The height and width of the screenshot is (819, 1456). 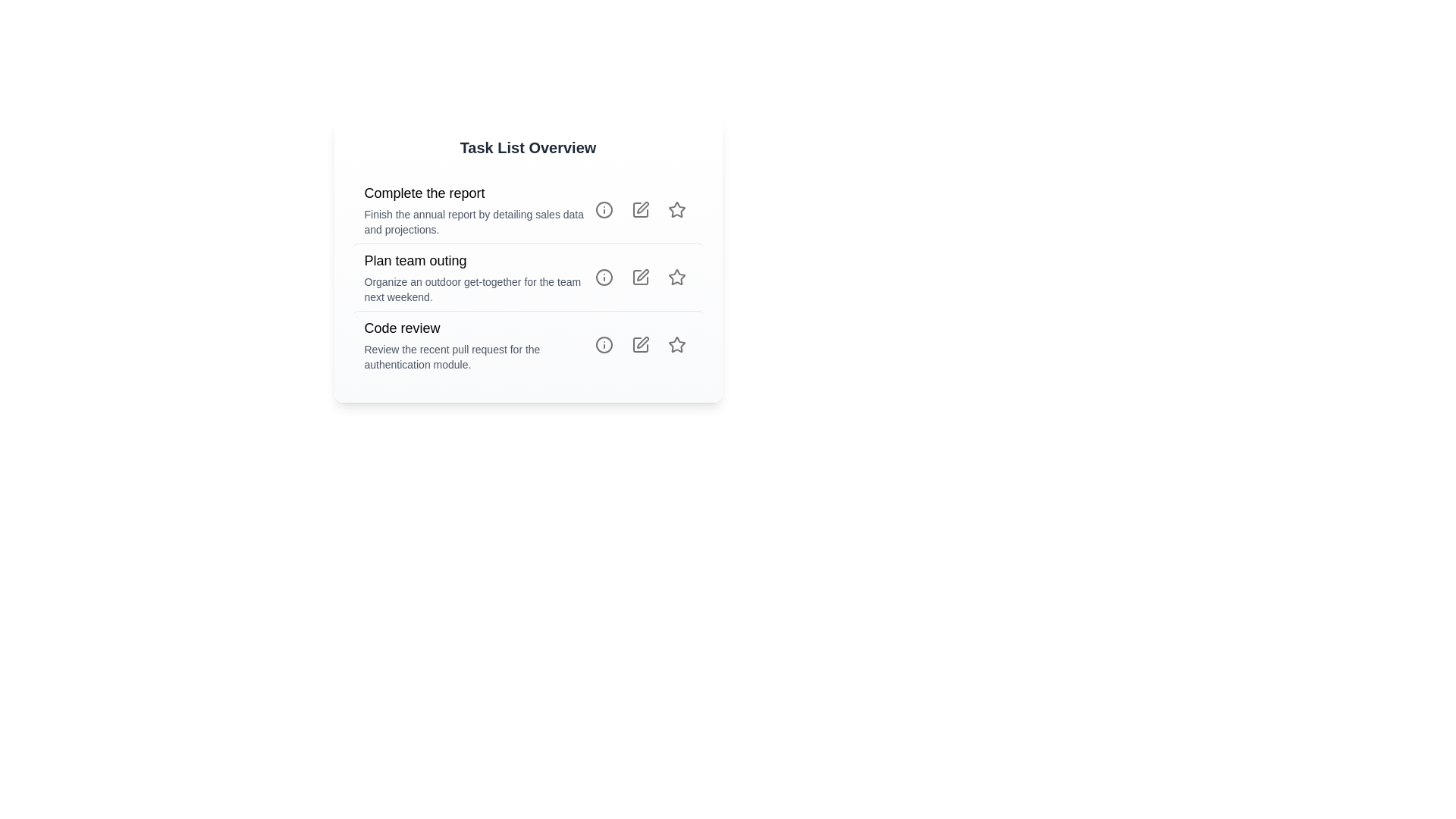 I want to click on the circular green button with a square and pen icon, located to the right of the 'Complete the report' task, so click(x=640, y=210).